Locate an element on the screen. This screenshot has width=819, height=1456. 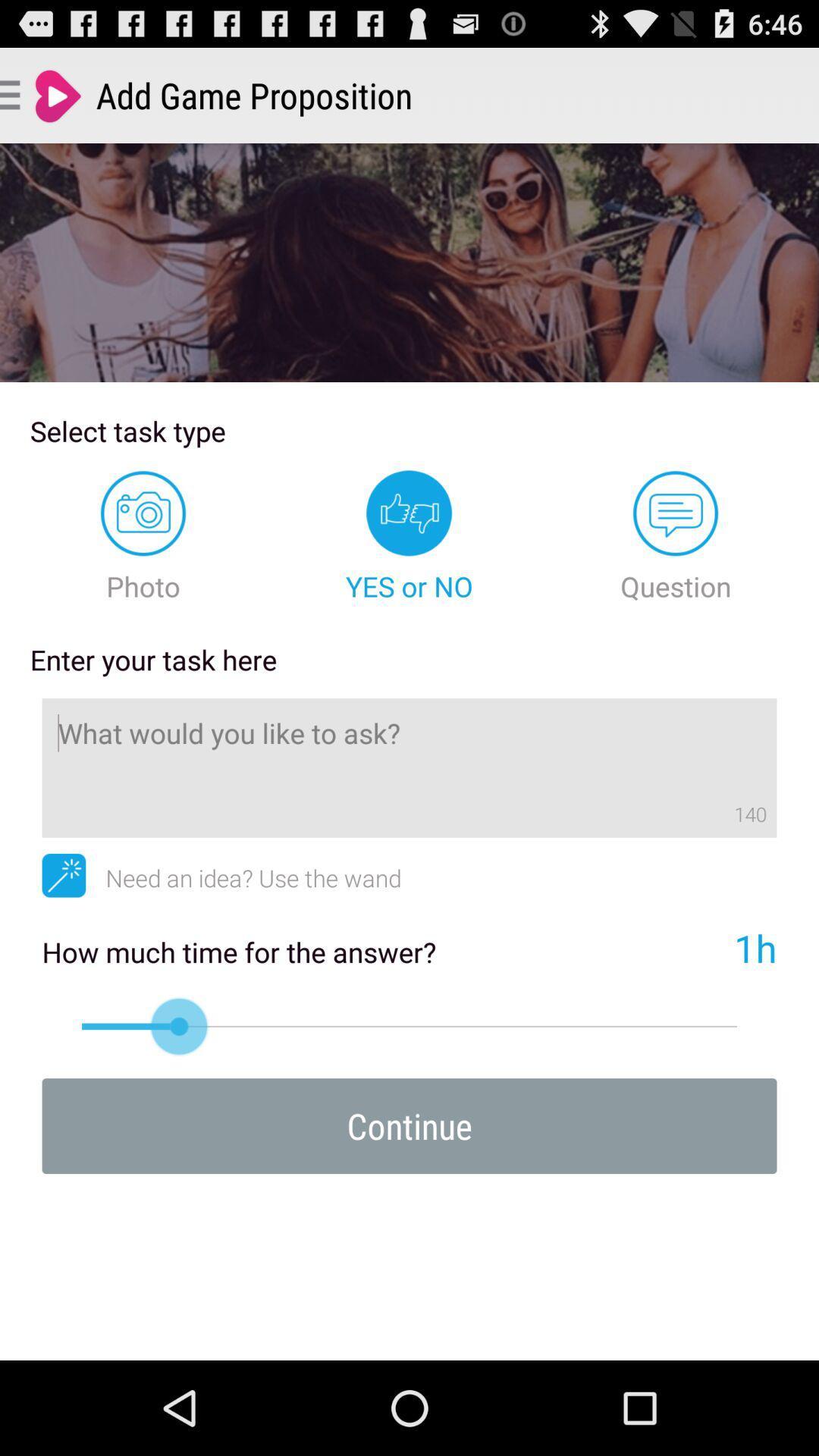
app to the left of need an idea icon is located at coordinates (63, 875).